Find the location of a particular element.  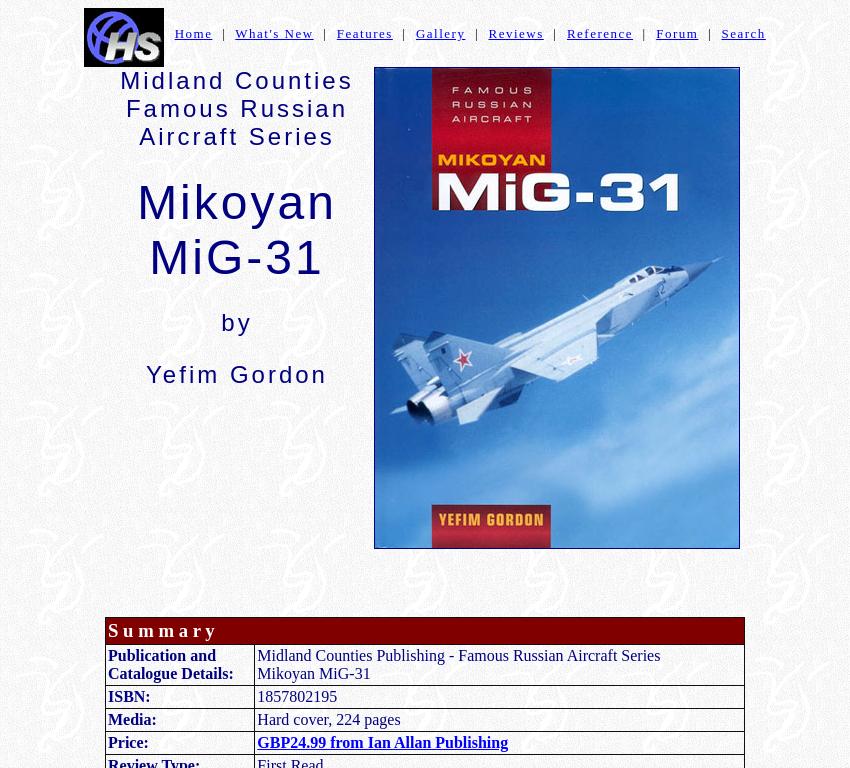

'Hard cover, 224 pages' is located at coordinates (328, 718).